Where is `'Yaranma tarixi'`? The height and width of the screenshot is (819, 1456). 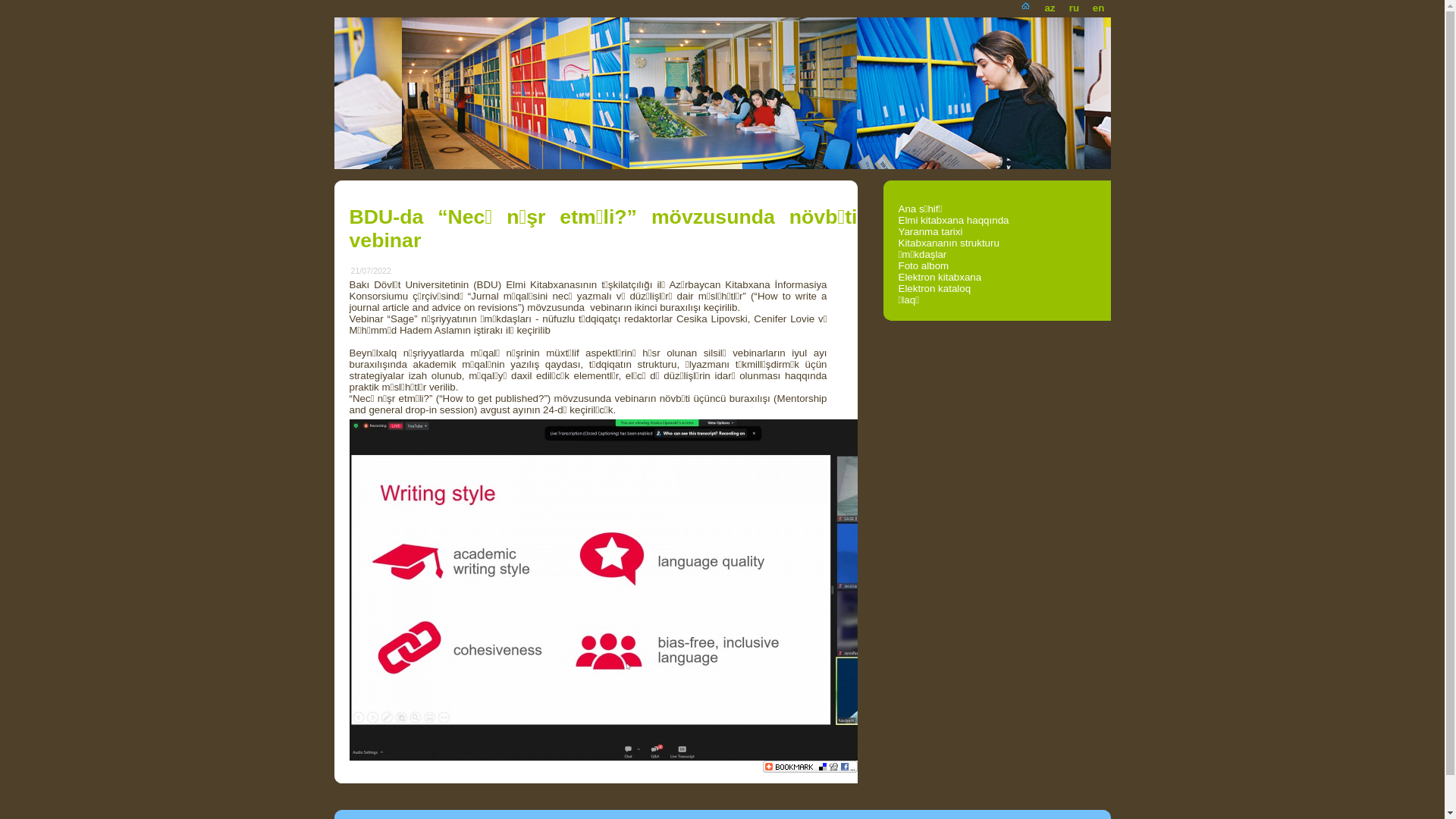
'Yaranma tarixi' is located at coordinates (929, 231).